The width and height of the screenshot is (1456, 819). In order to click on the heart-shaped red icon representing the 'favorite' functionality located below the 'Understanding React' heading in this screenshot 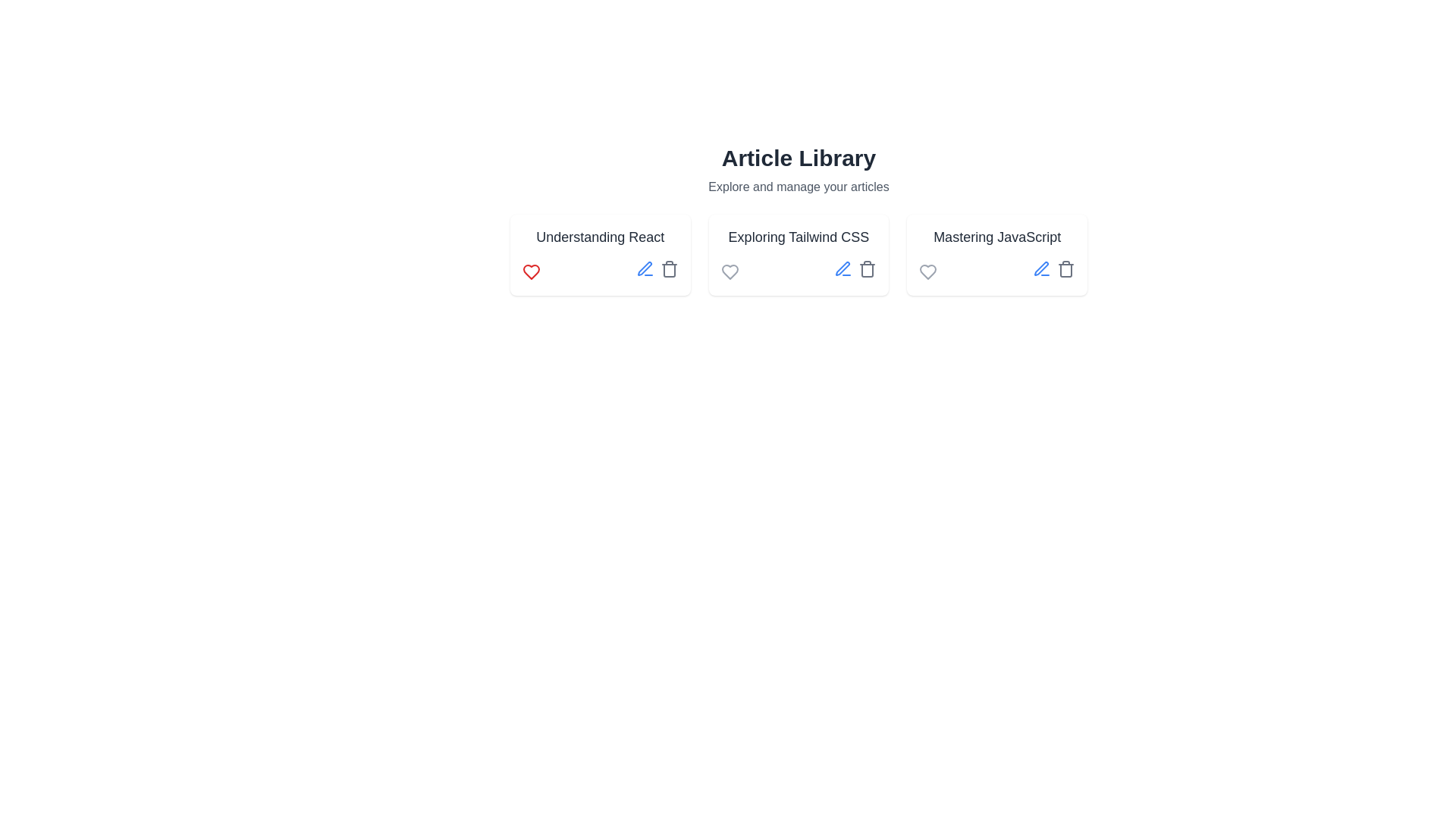, I will do `click(531, 271)`.